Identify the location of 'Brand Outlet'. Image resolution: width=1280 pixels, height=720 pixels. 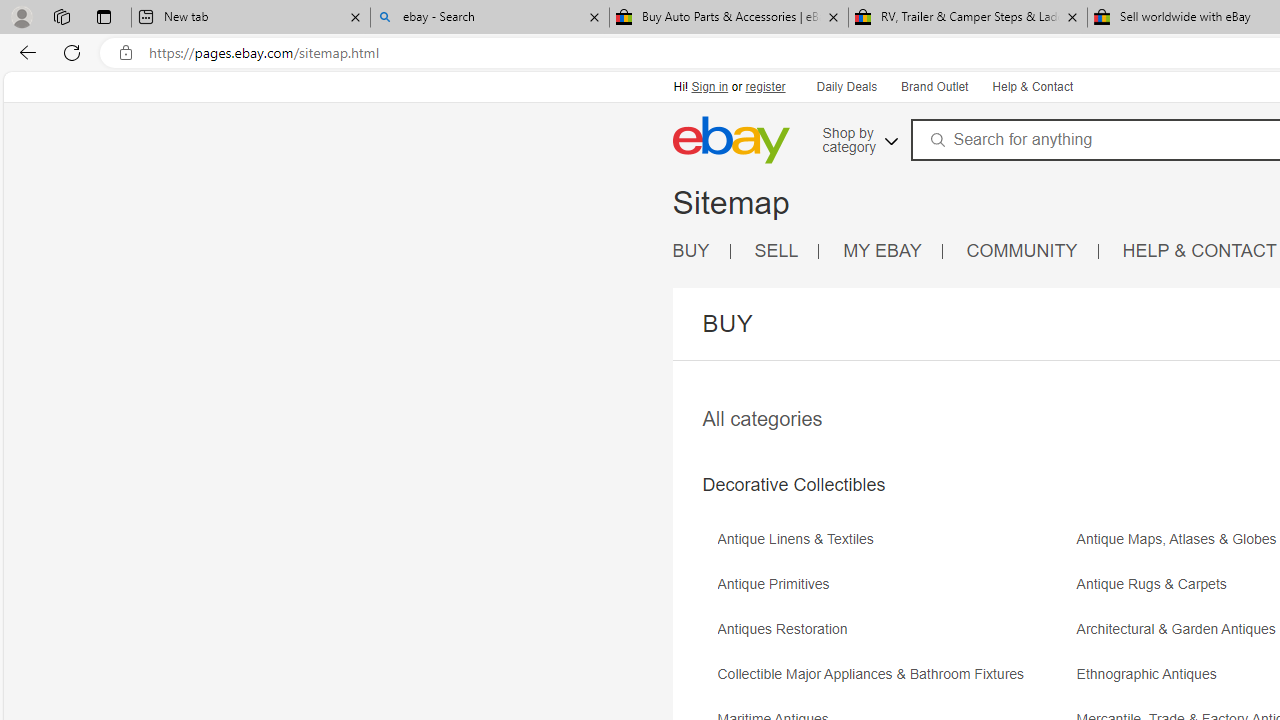
(934, 87).